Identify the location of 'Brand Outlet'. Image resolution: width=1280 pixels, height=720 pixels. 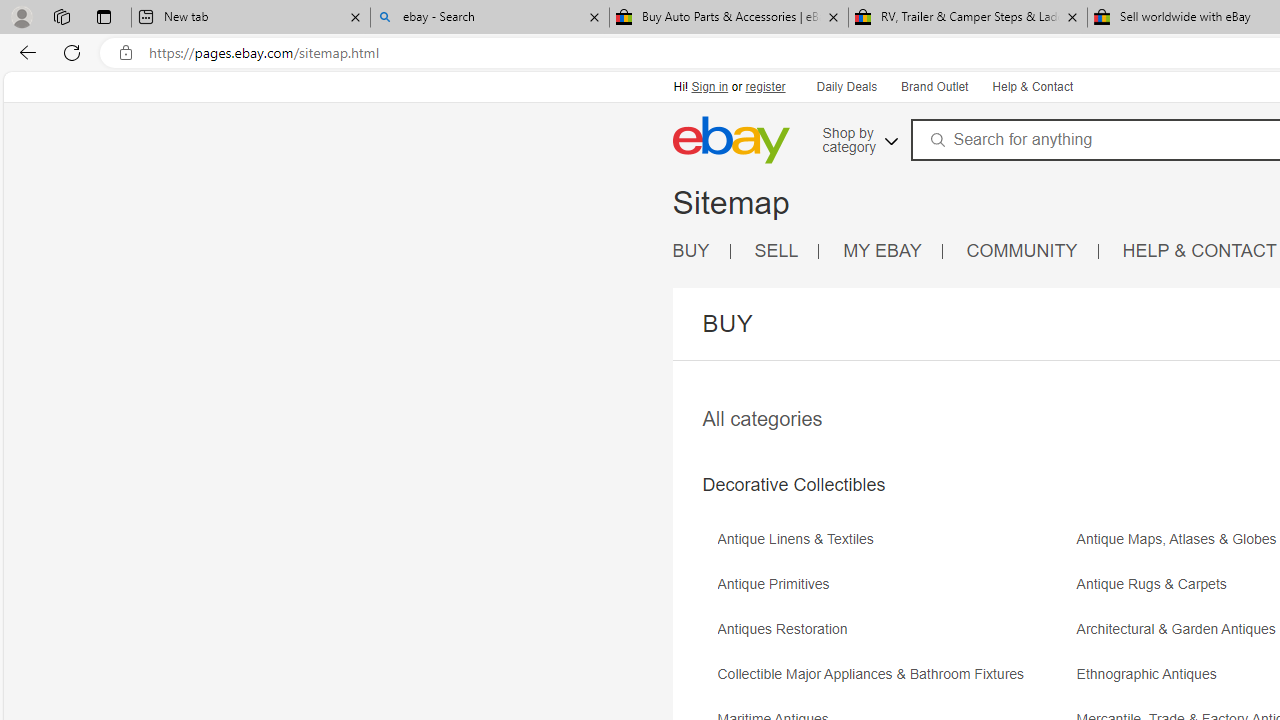
(934, 87).